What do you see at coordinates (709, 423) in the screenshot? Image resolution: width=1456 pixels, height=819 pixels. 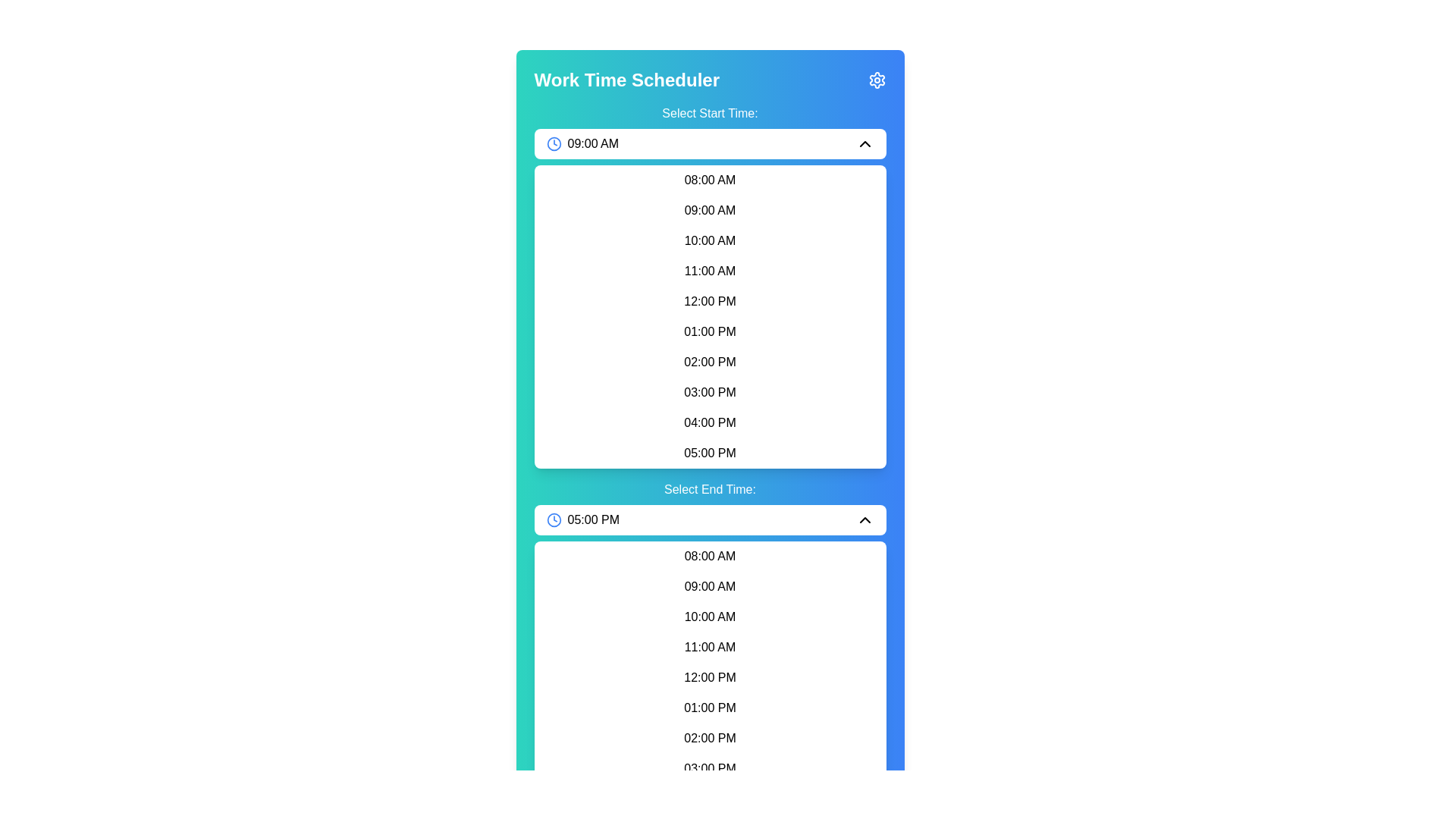 I see `the selectable list item displaying '04:00 PM' in bold black` at bounding box center [709, 423].